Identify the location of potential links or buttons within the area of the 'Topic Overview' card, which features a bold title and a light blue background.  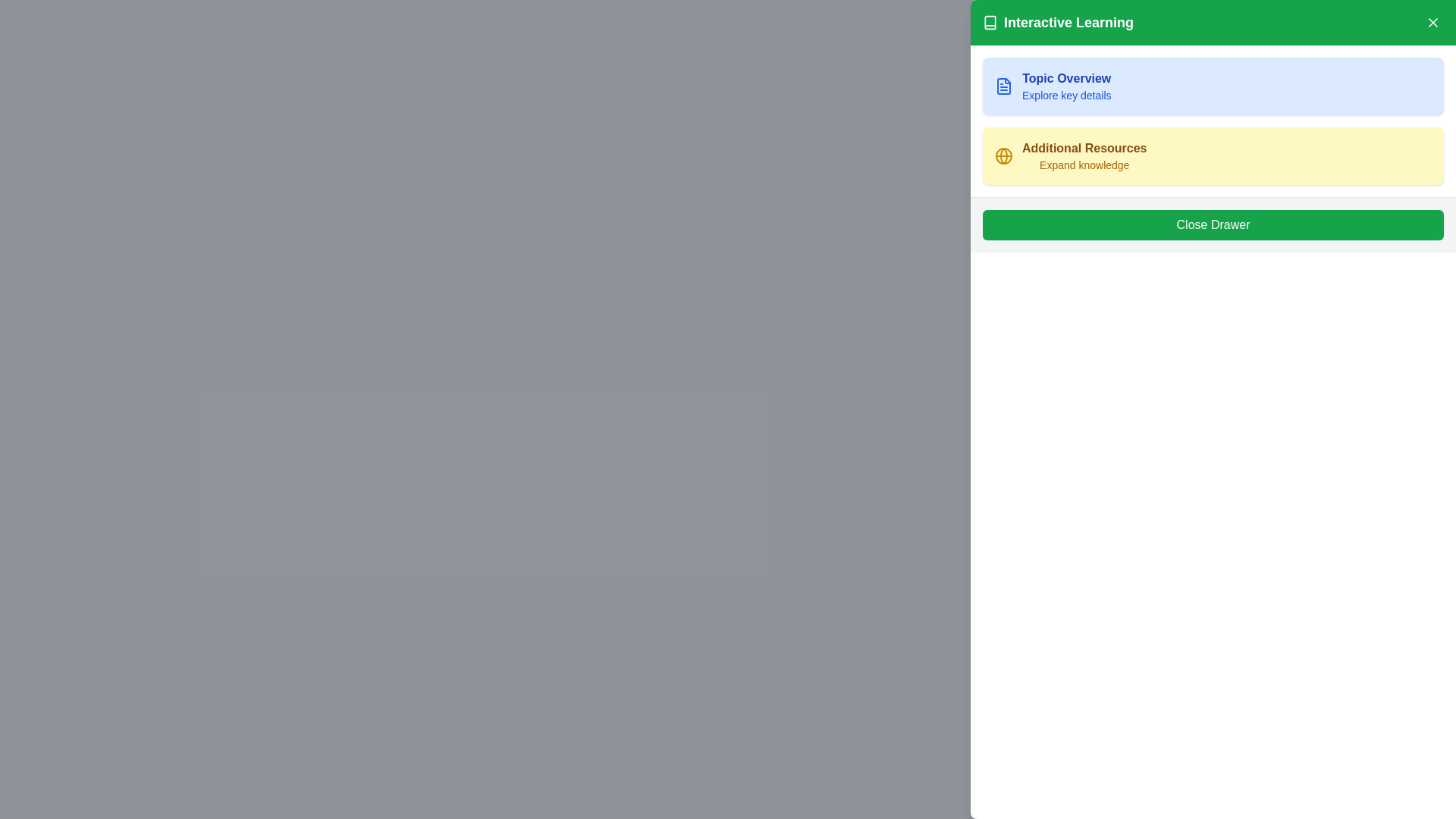
(1065, 86).